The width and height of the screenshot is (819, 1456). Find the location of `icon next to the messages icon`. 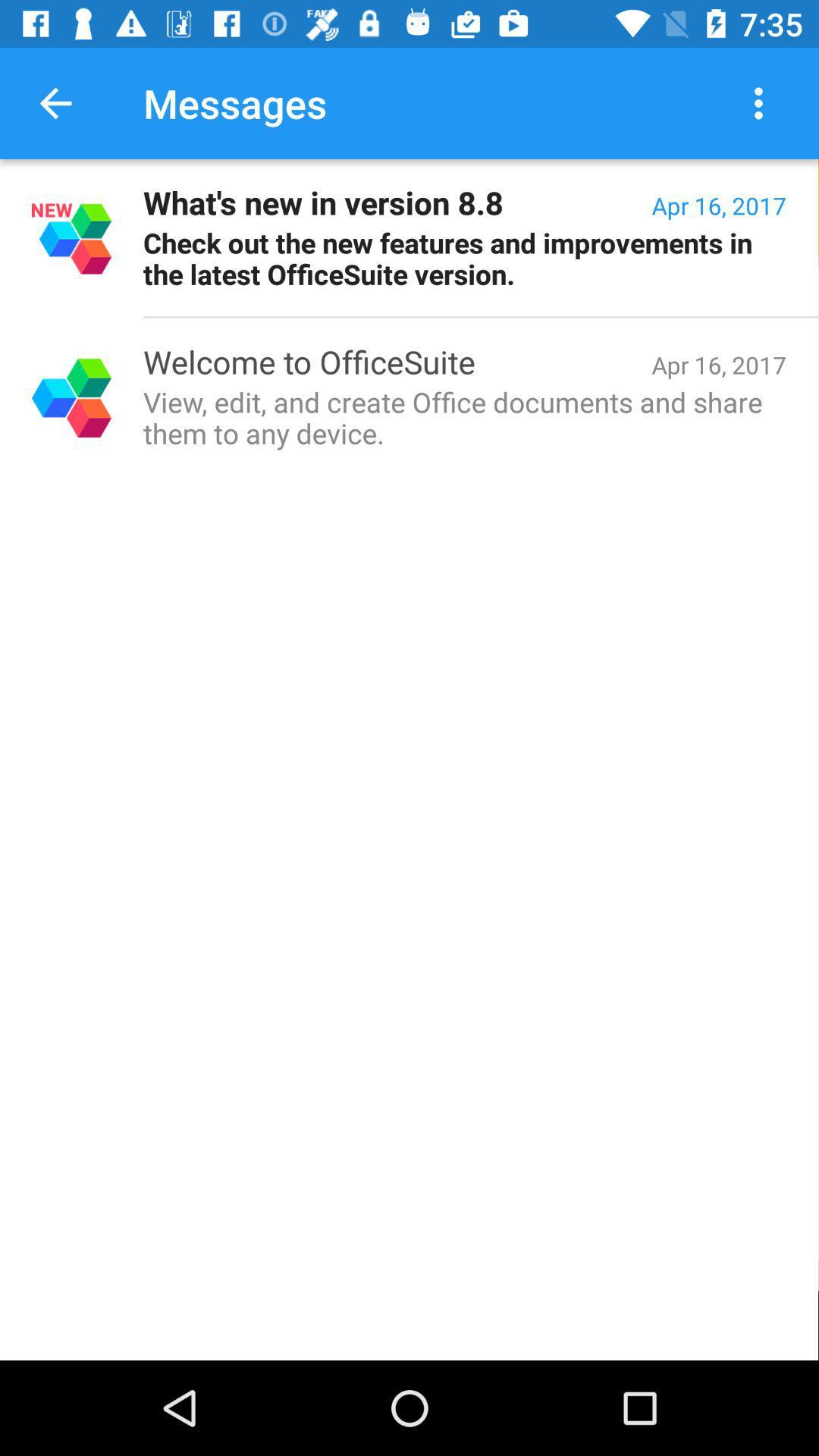

icon next to the messages icon is located at coordinates (762, 102).